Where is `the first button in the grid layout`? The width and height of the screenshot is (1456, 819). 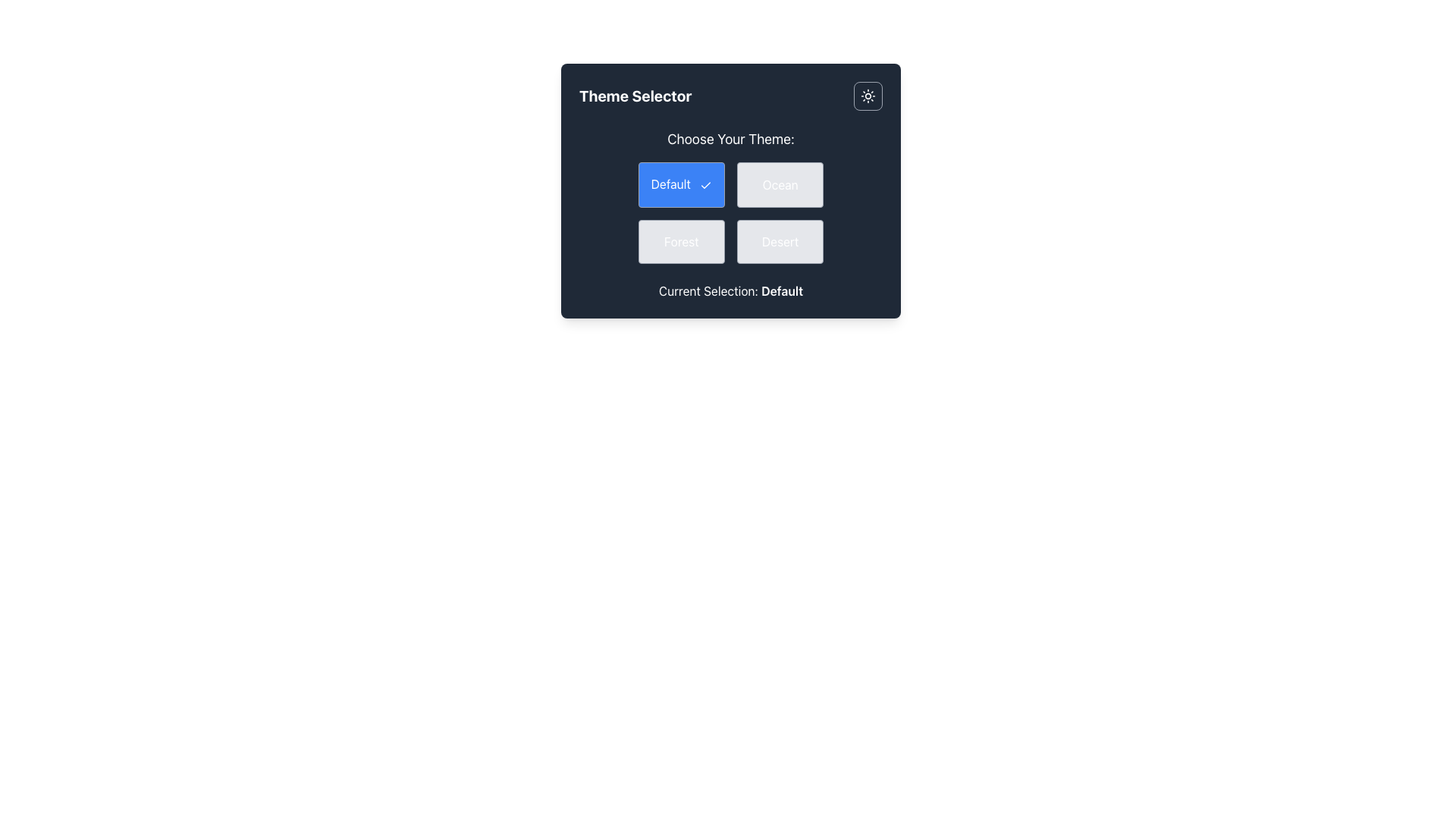 the first button in the grid layout is located at coordinates (680, 184).